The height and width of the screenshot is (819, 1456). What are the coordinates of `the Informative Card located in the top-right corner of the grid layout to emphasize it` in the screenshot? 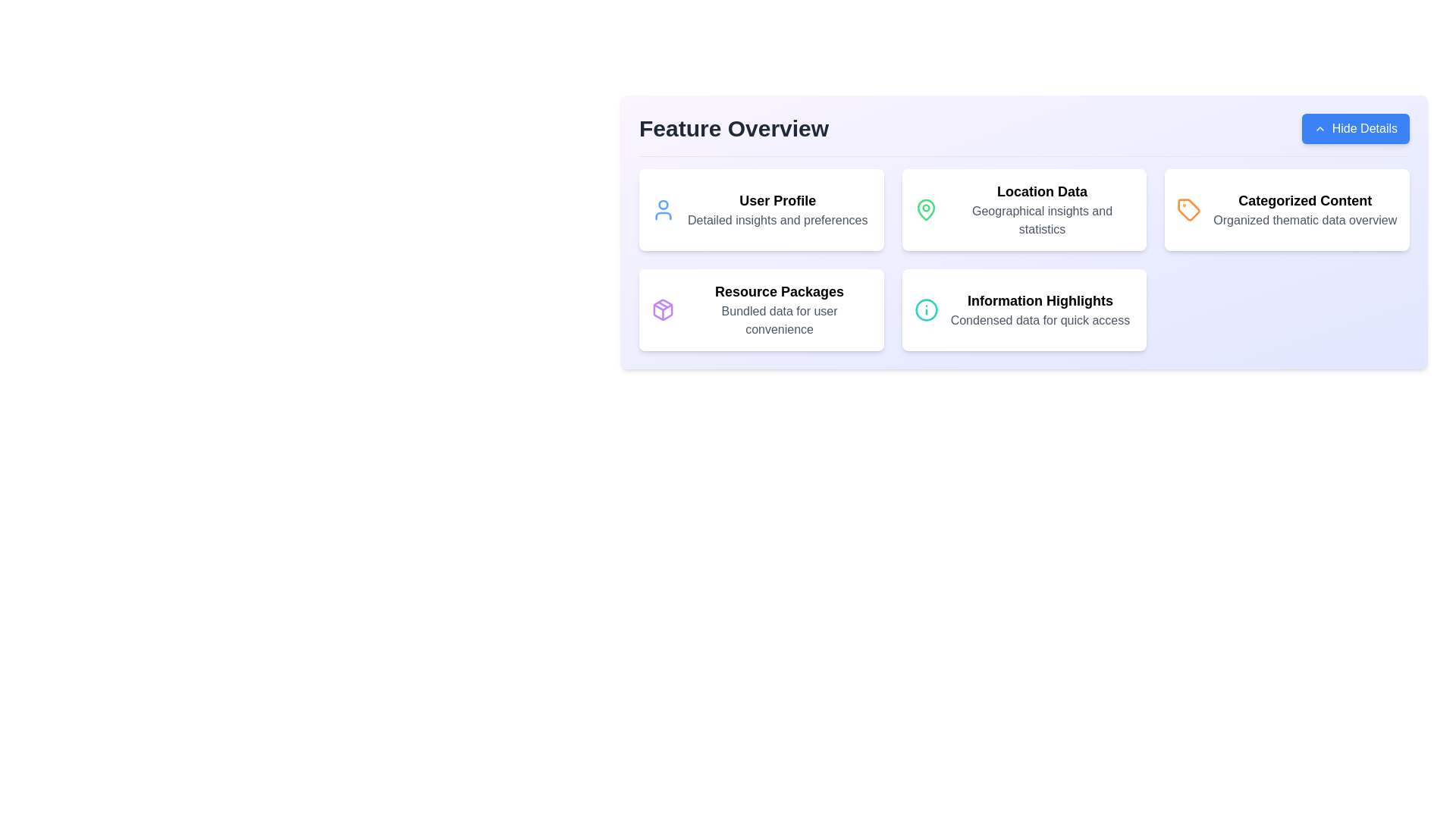 It's located at (1286, 210).